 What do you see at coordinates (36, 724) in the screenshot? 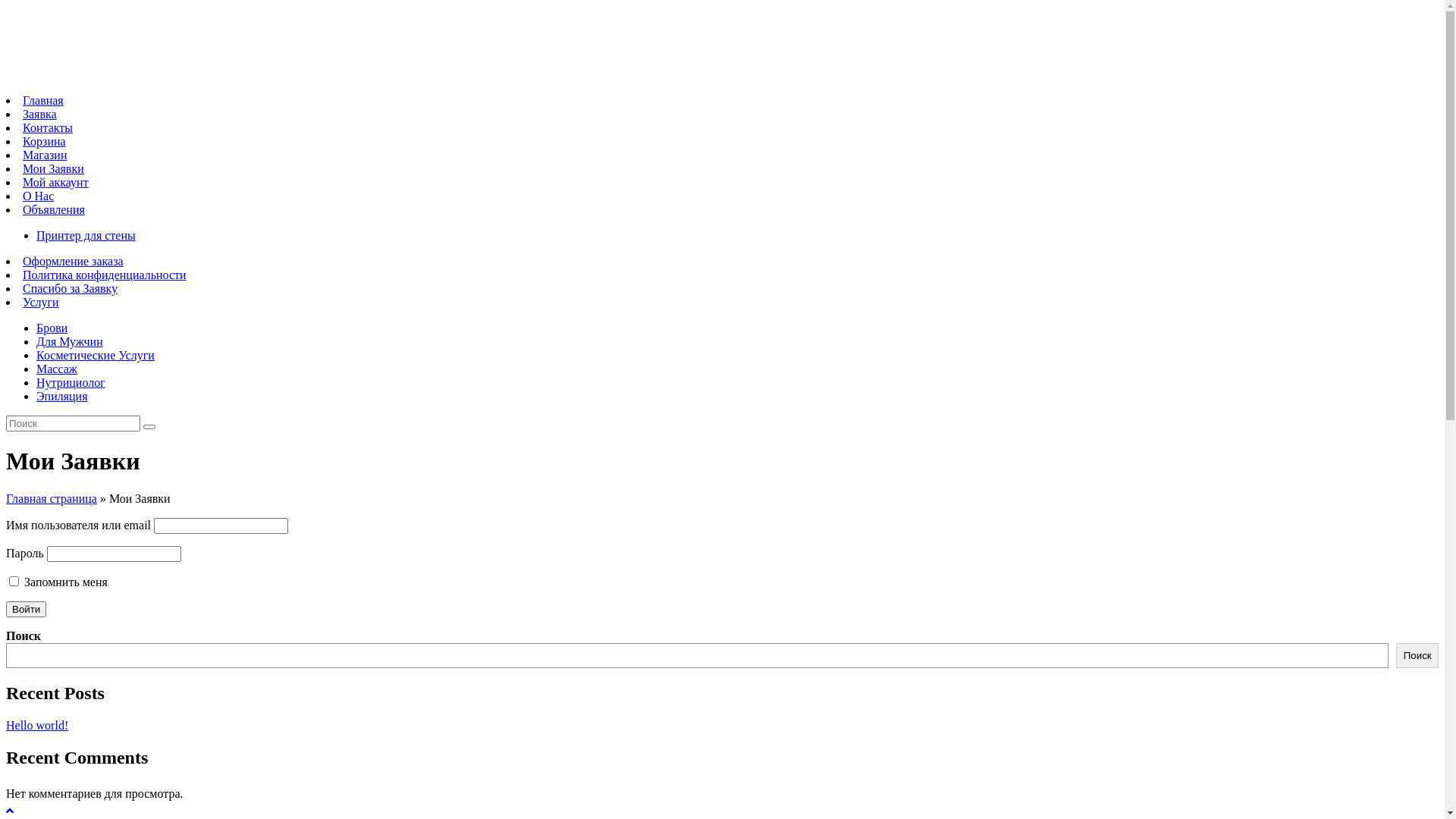
I see `'Hello world!'` at bounding box center [36, 724].